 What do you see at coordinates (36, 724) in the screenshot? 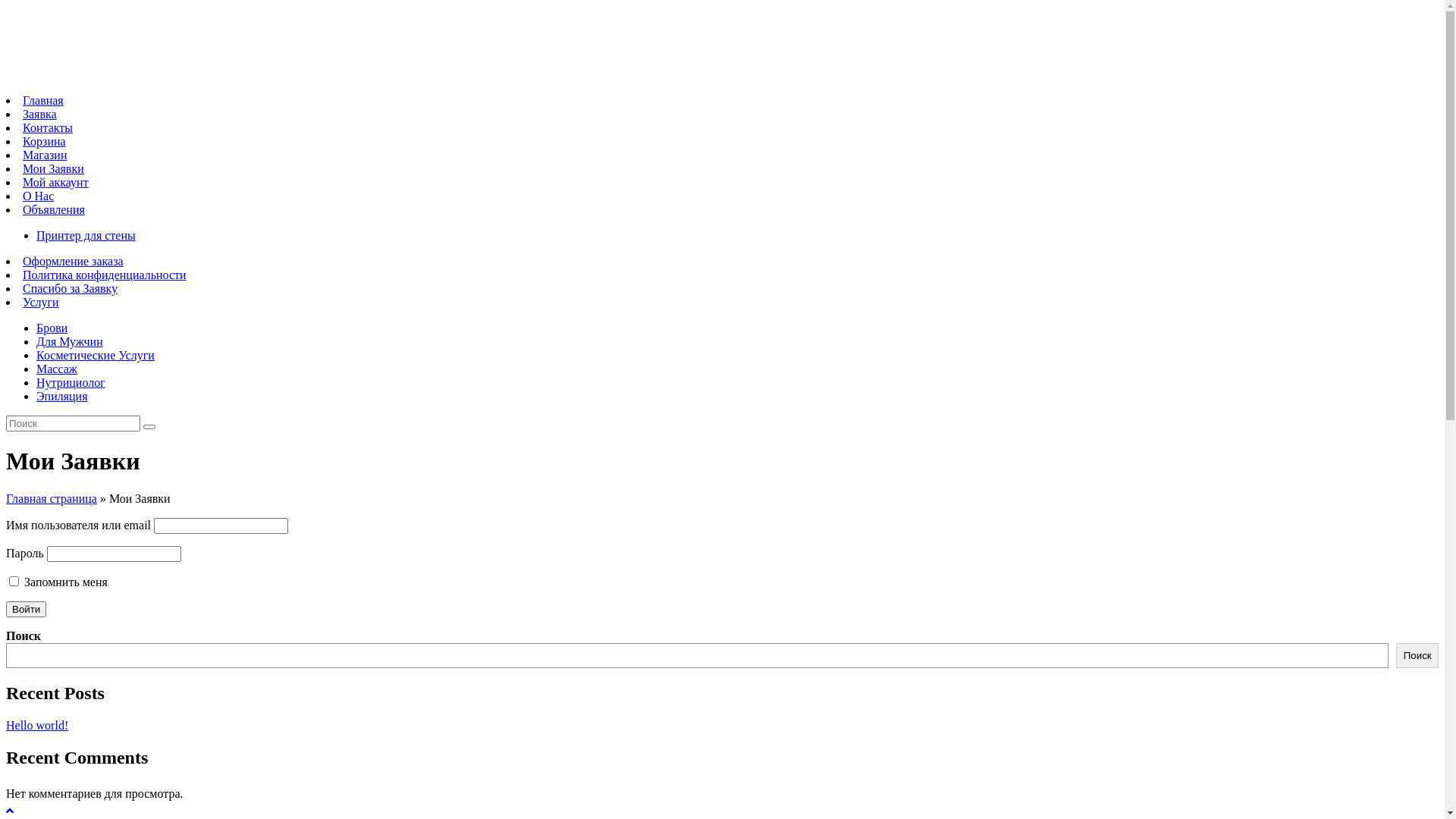
I see `'Hello world!'` at bounding box center [36, 724].